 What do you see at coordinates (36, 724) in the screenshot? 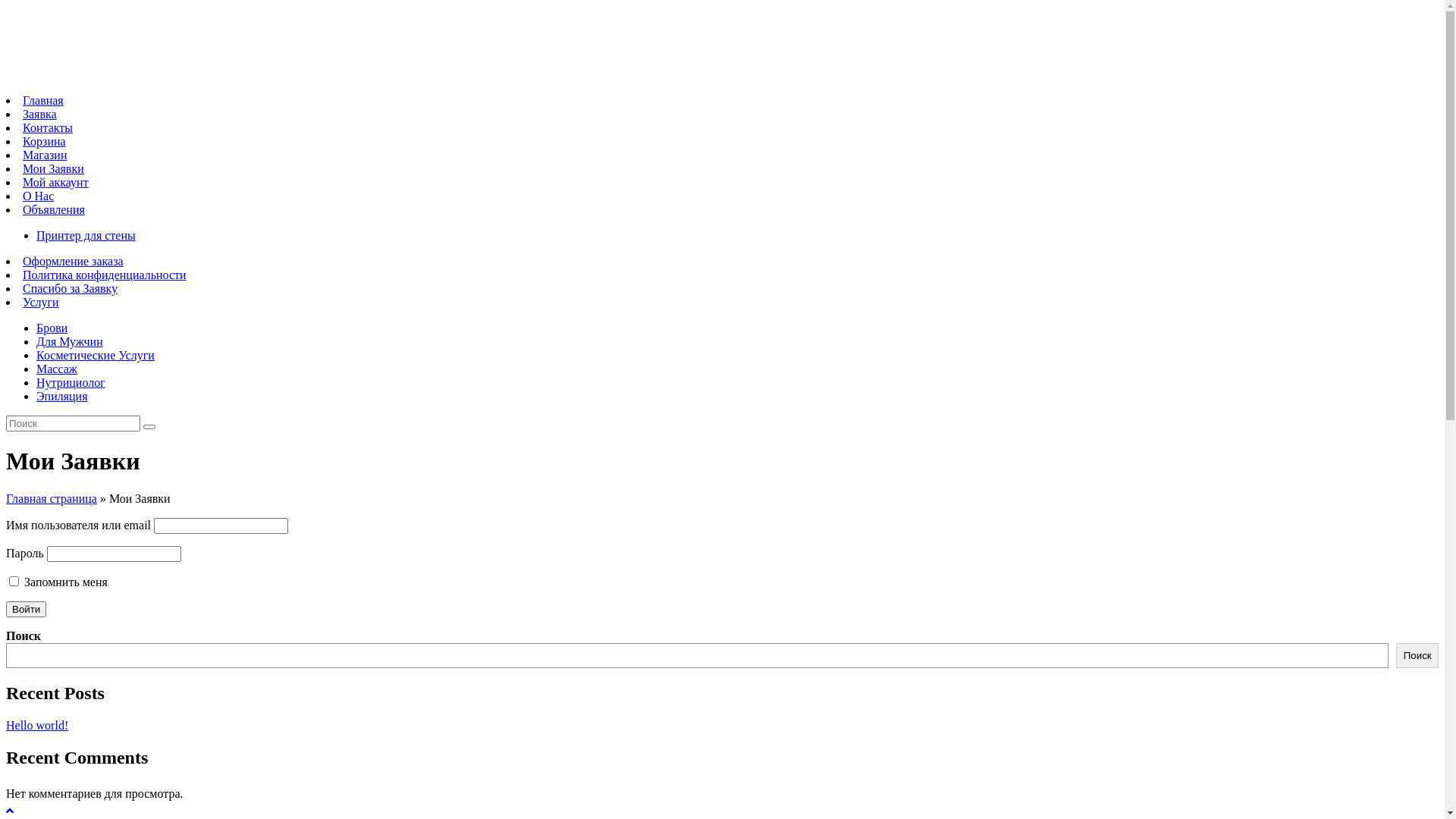
I see `'Hello world!'` at bounding box center [36, 724].